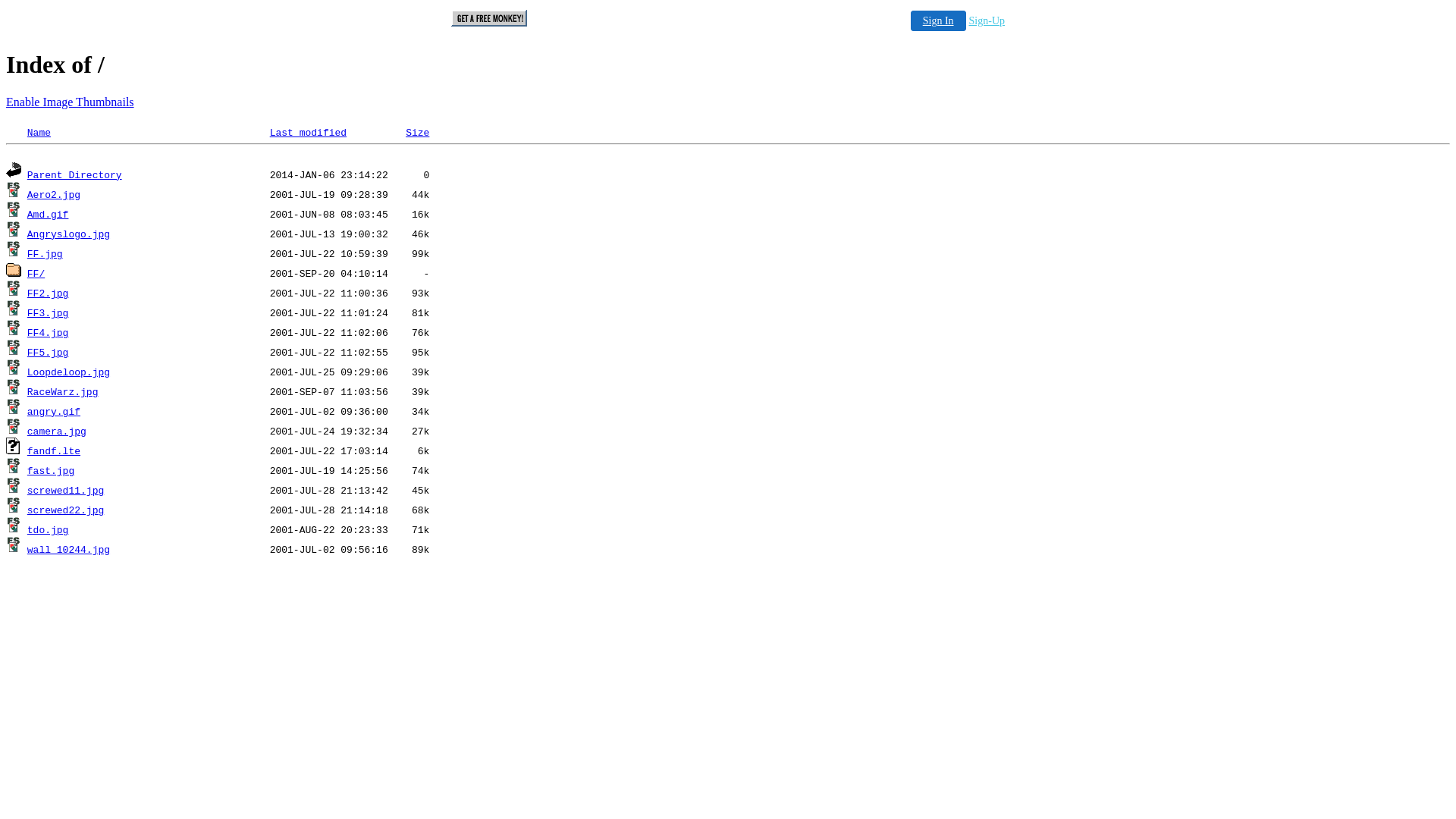  Describe the element at coordinates (405, 132) in the screenshot. I see `'Size'` at that location.